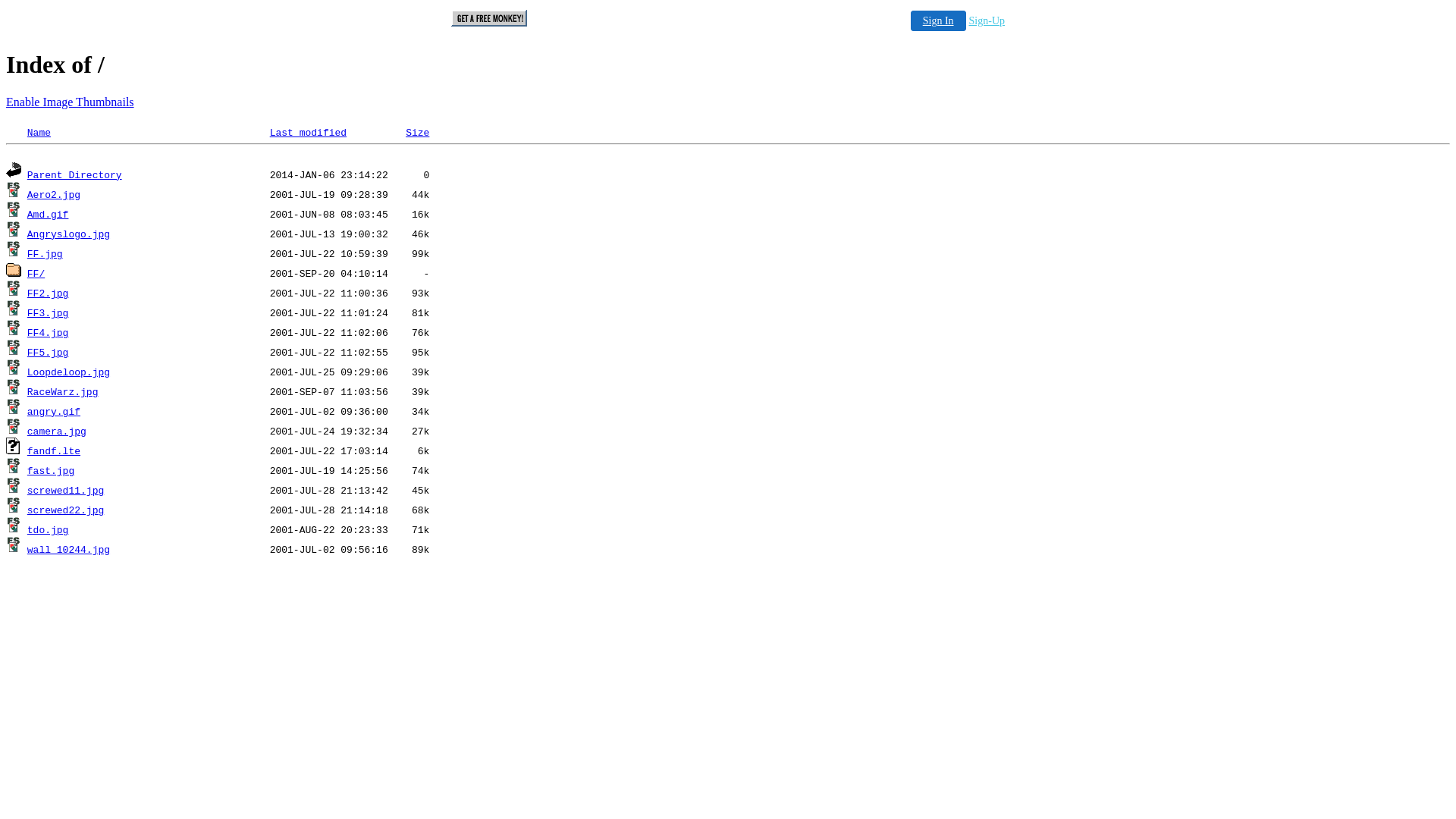  Describe the element at coordinates (405, 132) in the screenshot. I see `'Size'` at that location.